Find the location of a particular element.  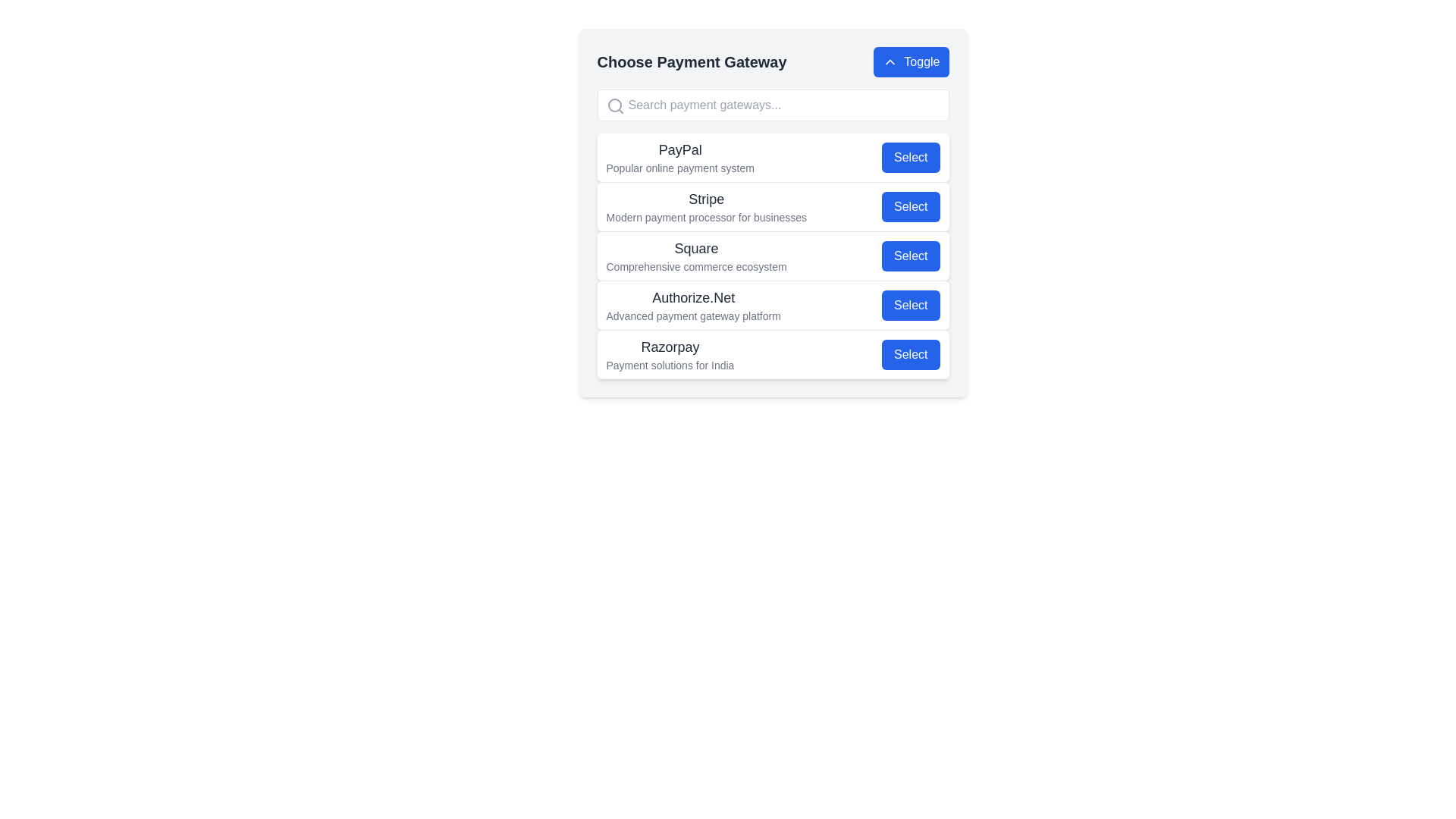

the search icon located on the left side of the search input field is located at coordinates (615, 105).